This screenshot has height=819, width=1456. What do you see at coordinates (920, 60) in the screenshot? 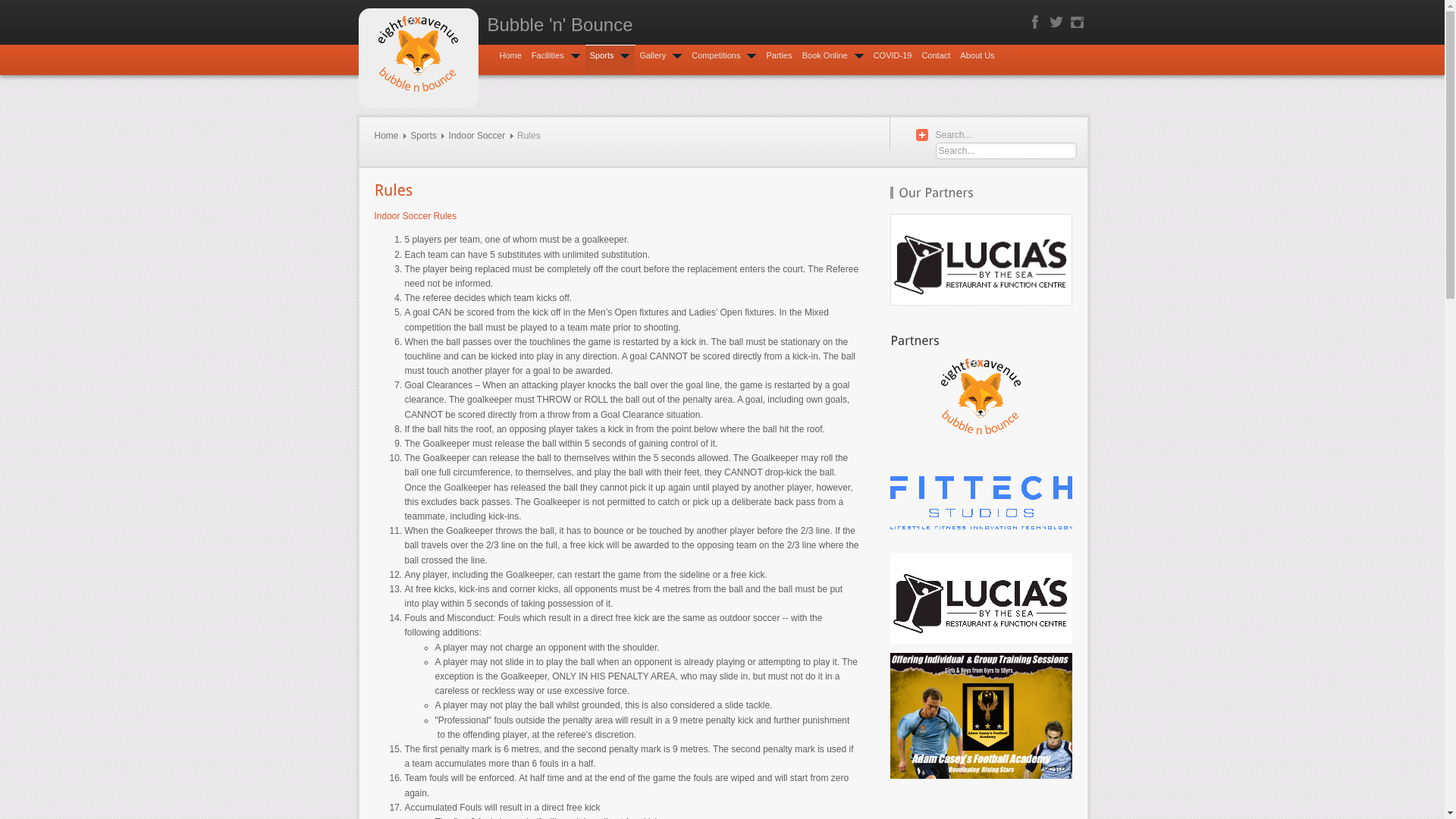
I see `'Contact'` at bounding box center [920, 60].